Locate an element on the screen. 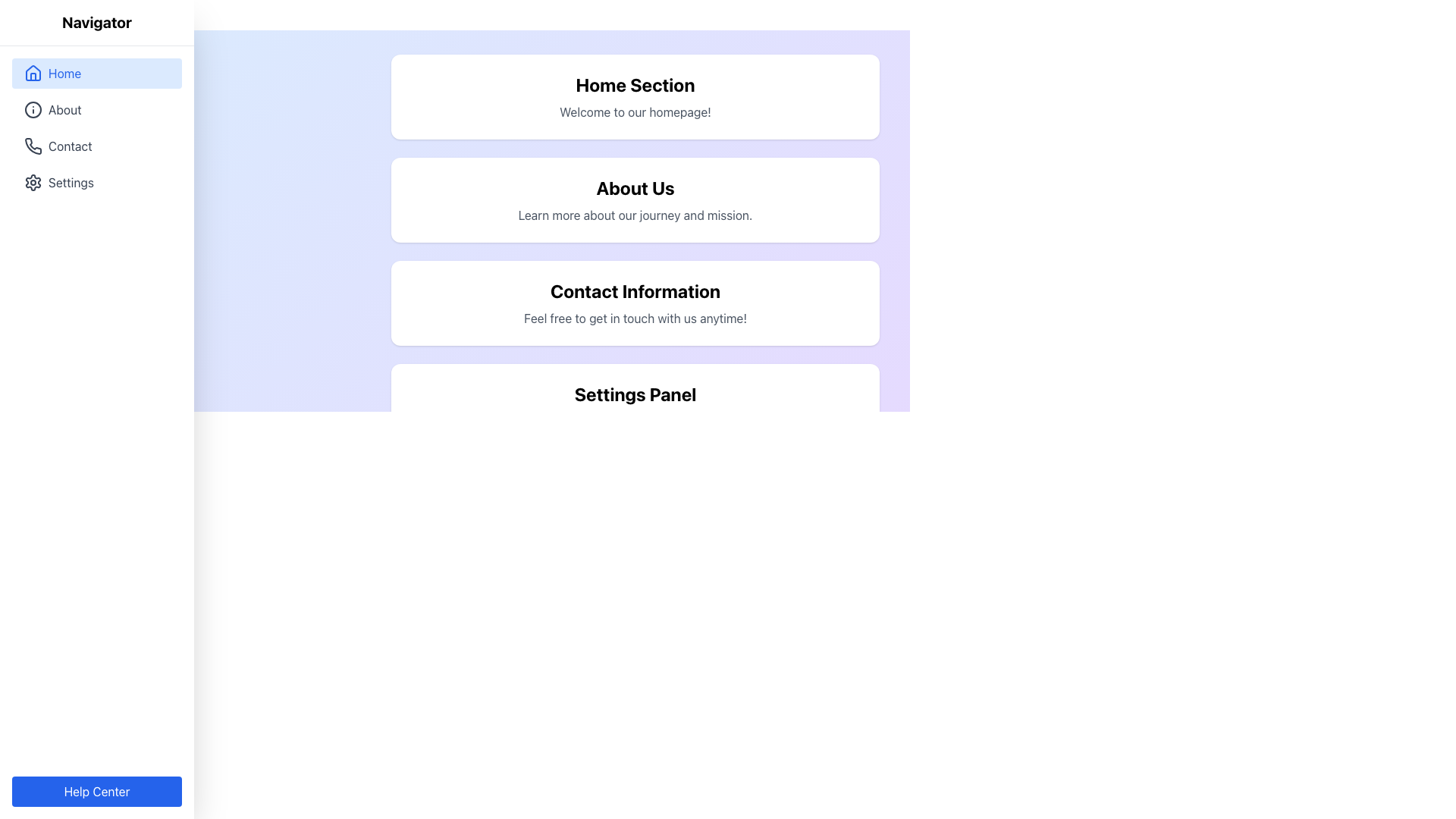  text element that provides additional context or information related to the 'About Us' section, located below the title 'About Us' is located at coordinates (635, 215).